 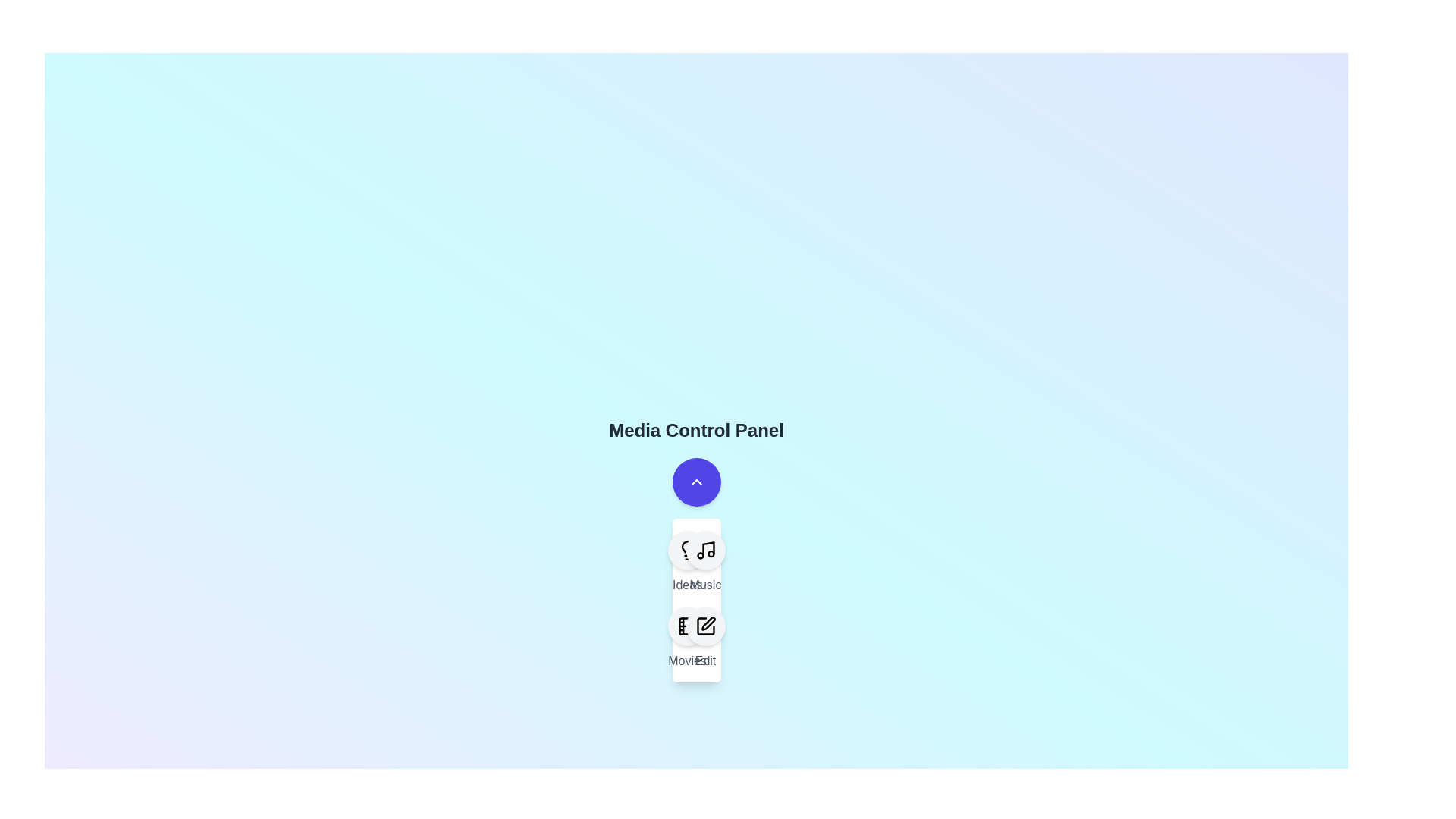 I want to click on the Music option in the menu, so click(x=704, y=550).